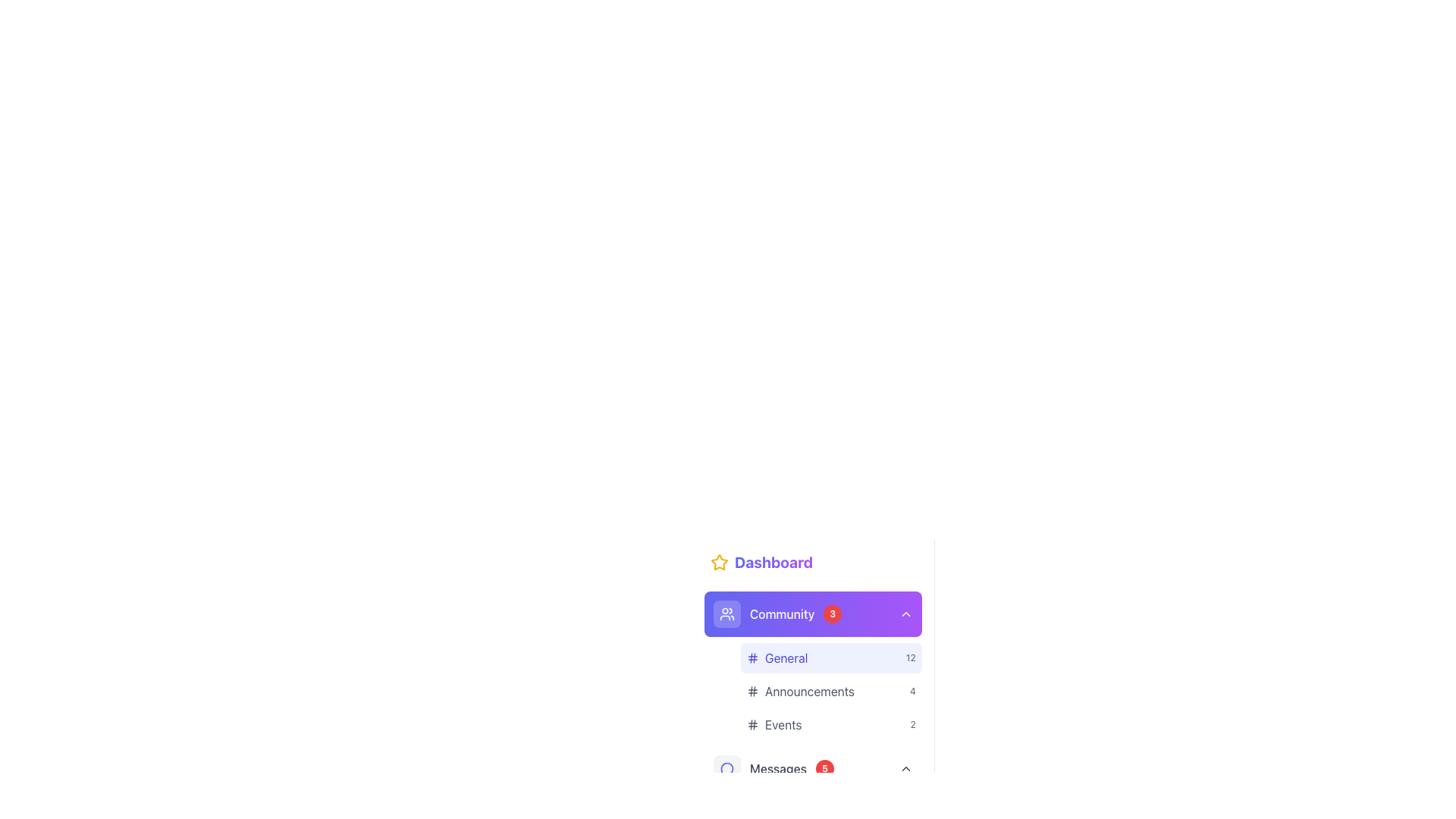  Describe the element at coordinates (824, 769) in the screenshot. I see `the content of the badge located to the right of the 'Messages' text, indicating notification or unread message counts` at that location.